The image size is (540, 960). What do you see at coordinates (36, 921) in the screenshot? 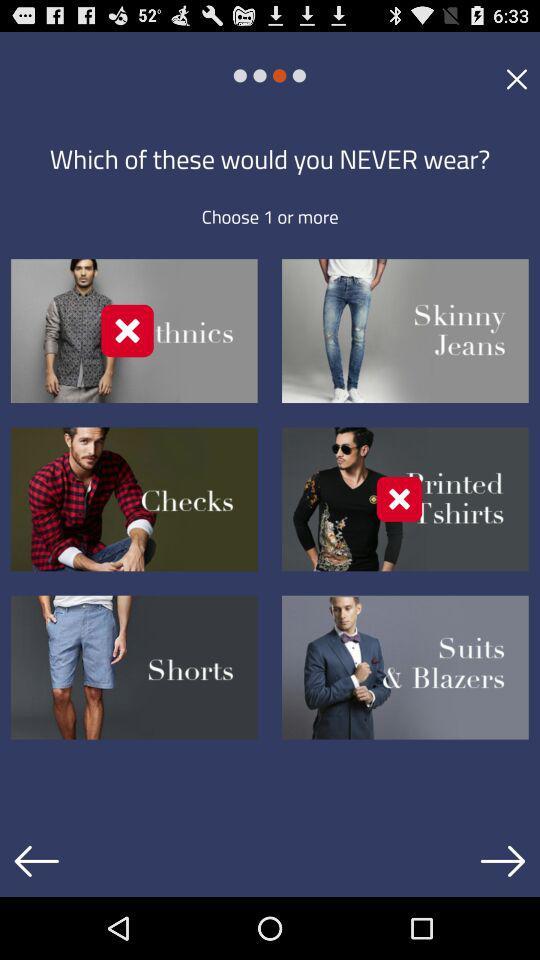
I see `the arrow_backward icon` at bounding box center [36, 921].